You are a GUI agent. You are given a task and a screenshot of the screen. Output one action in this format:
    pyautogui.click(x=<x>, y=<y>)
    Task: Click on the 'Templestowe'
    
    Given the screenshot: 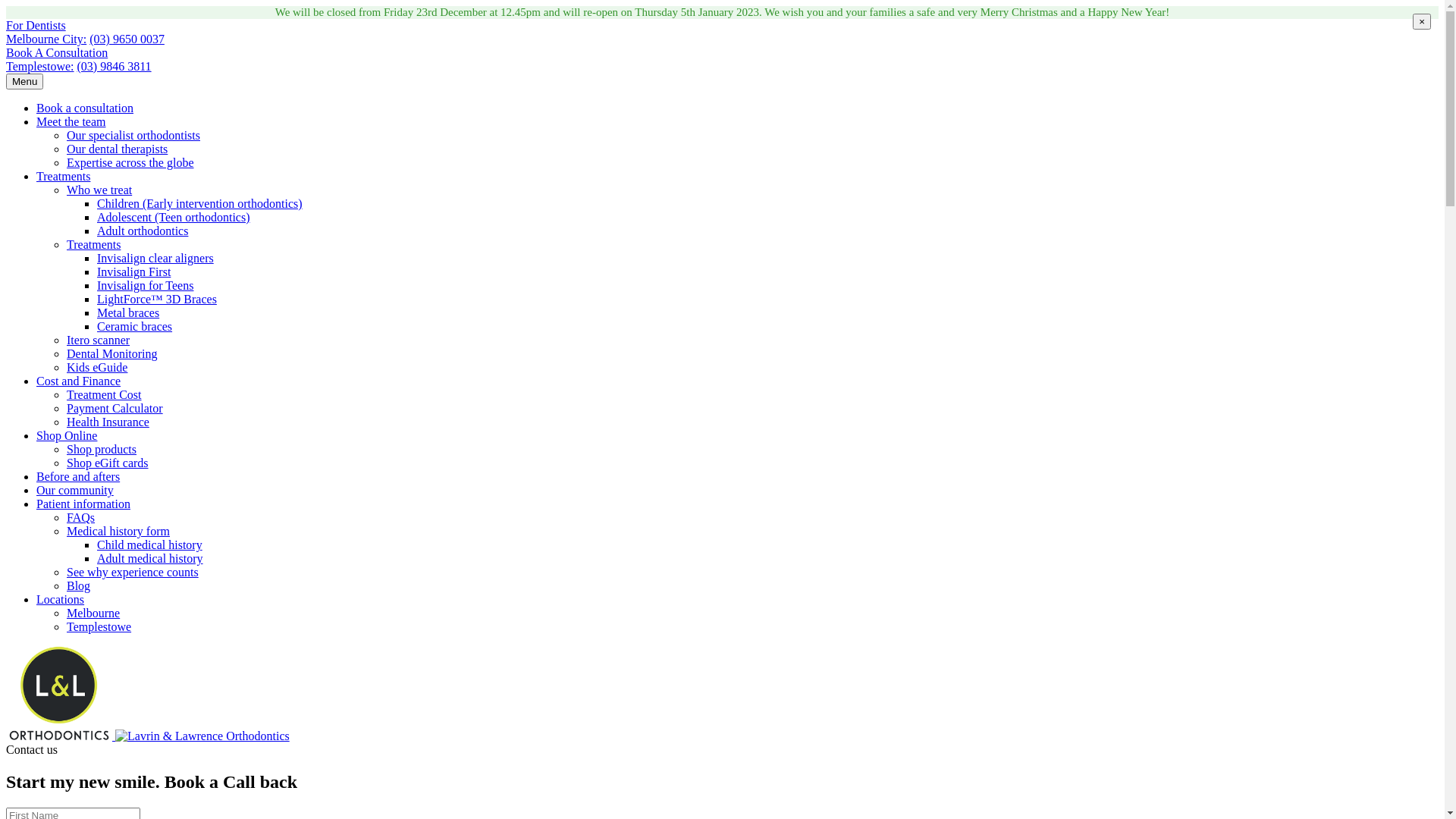 What is the action you would take?
    pyautogui.click(x=98, y=626)
    